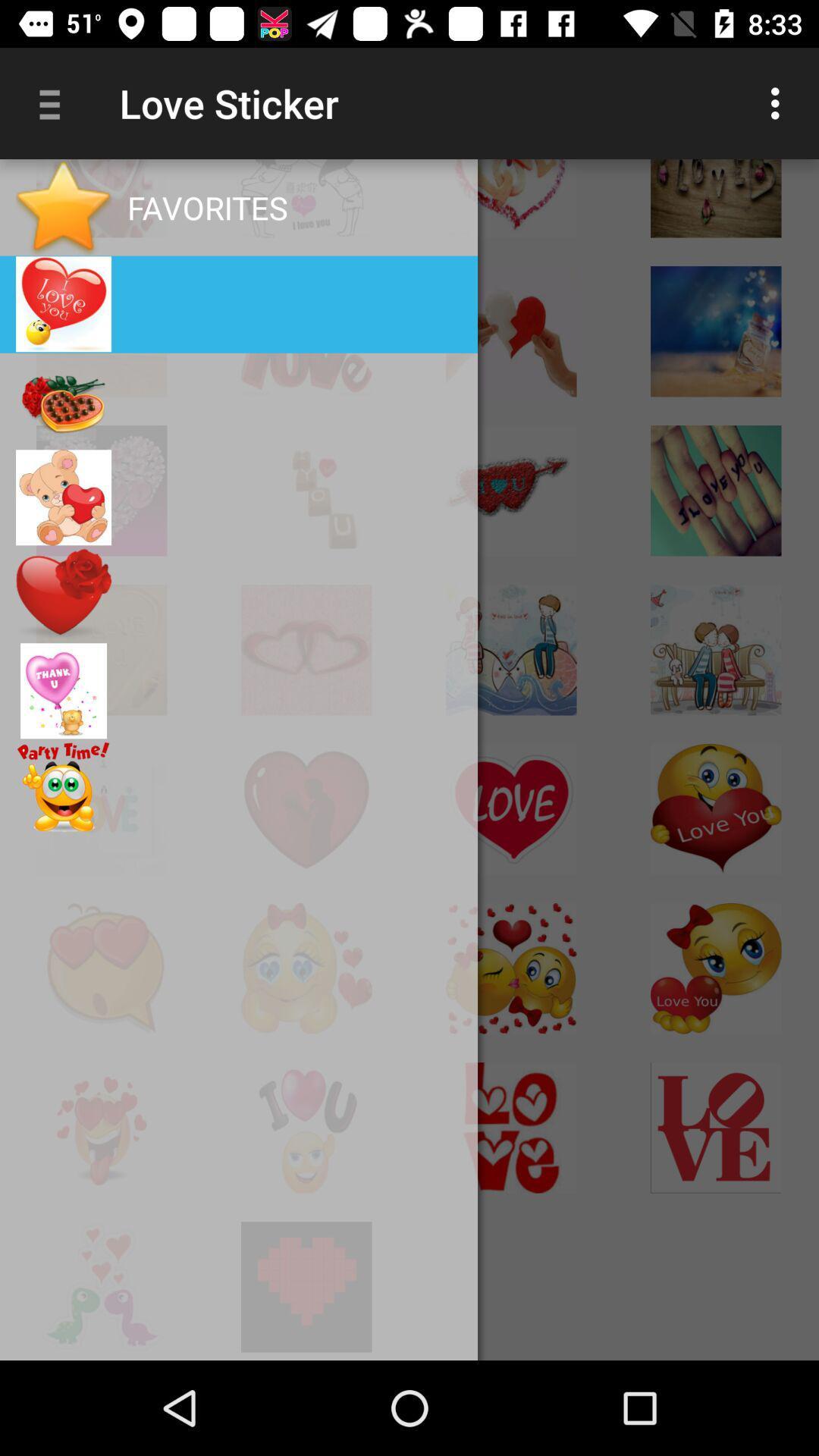 The width and height of the screenshot is (819, 1456). I want to click on the third image from the last second row, so click(511, 1128).